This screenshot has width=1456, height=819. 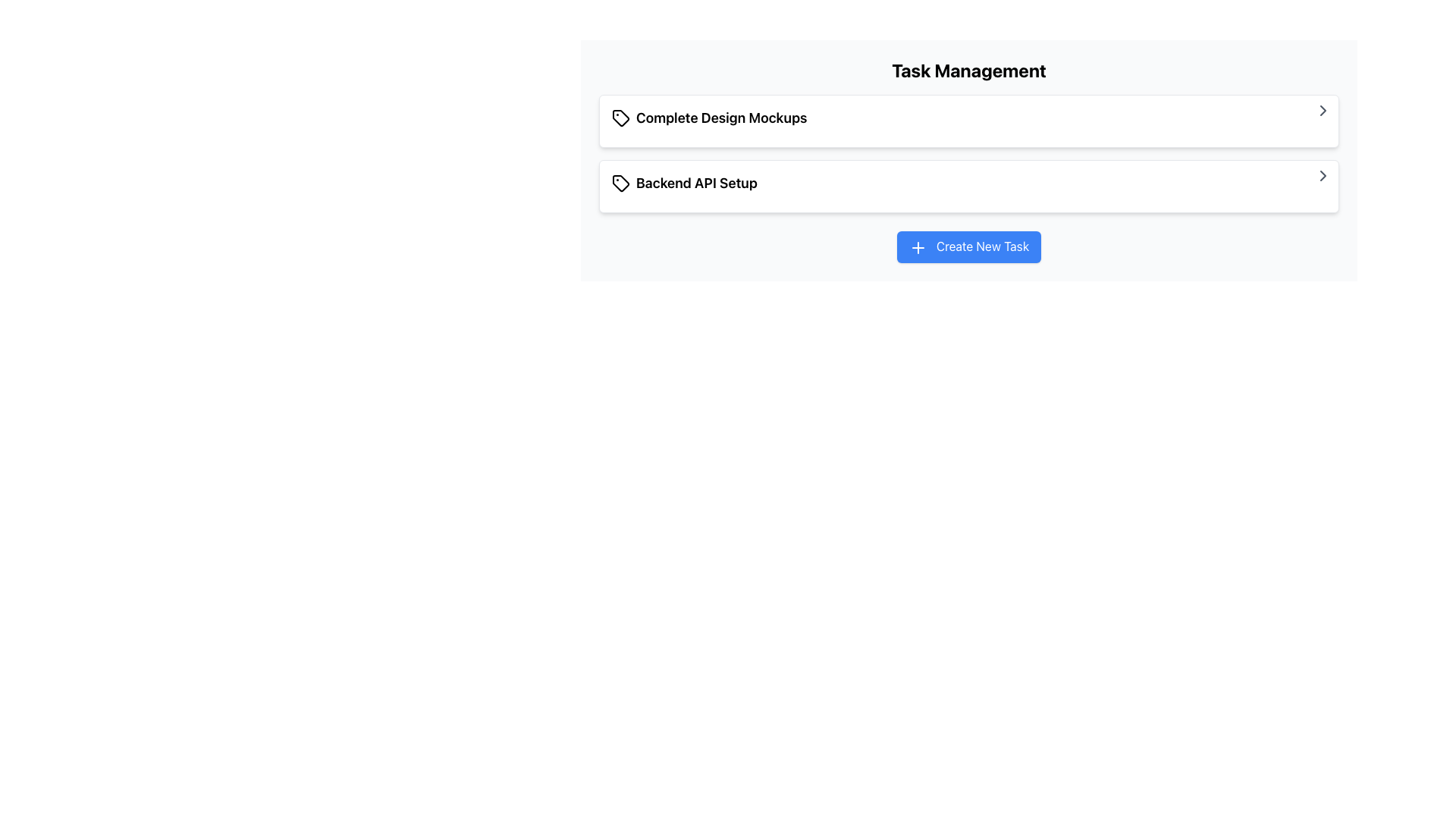 I want to click on the decorative icon representing the task 'Backend API Setup' located at the leftmost position within its row, so click(x=621, y=183).